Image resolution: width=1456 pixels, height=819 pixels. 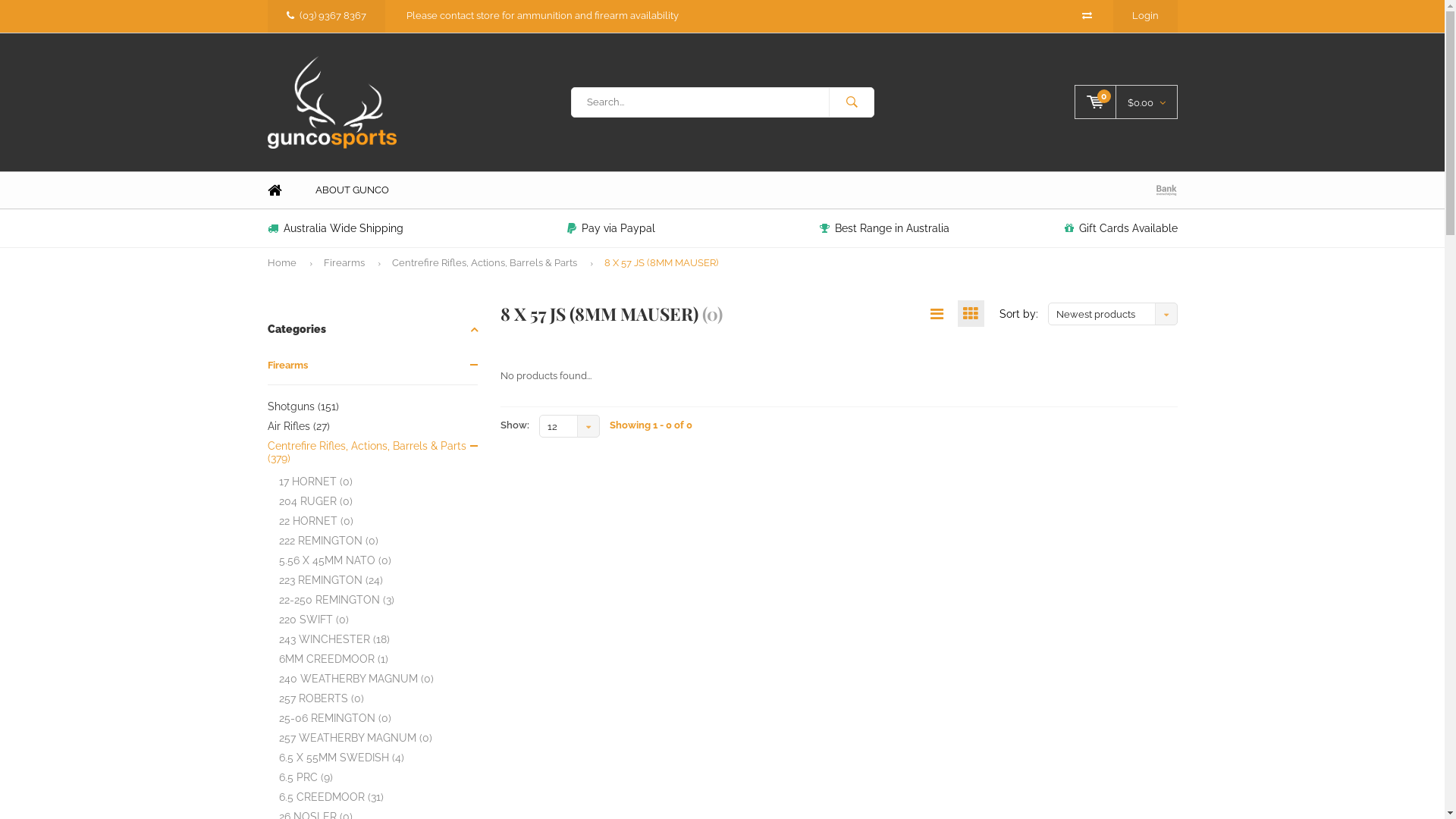 What do you see at coordinates (378, 482) in the screenshot?
I see `'17 HORNET (0)'` at bounding box center [378, 482].